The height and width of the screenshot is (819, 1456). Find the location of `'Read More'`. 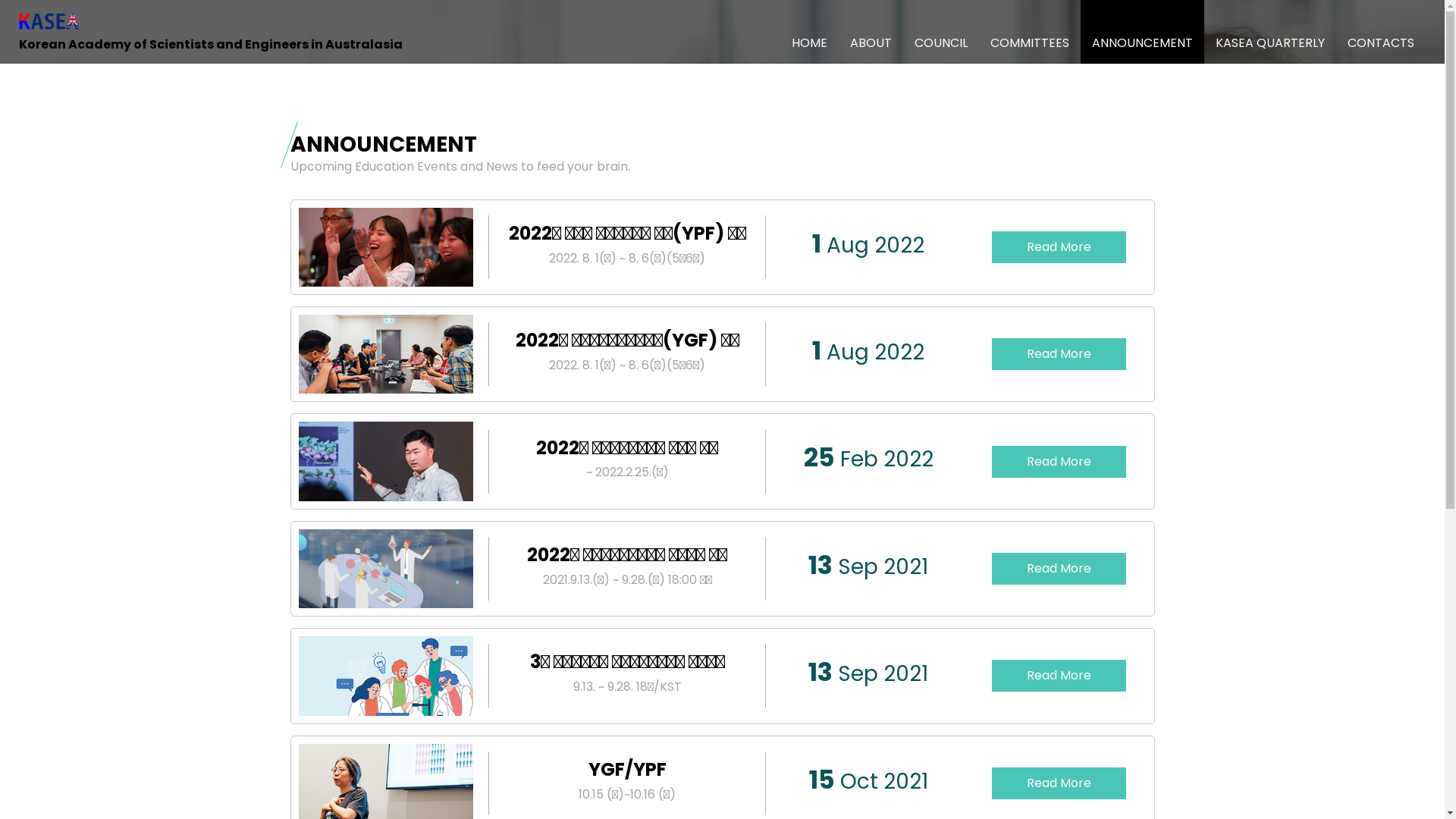

'Read More' is located at coordinates (1058, 568).